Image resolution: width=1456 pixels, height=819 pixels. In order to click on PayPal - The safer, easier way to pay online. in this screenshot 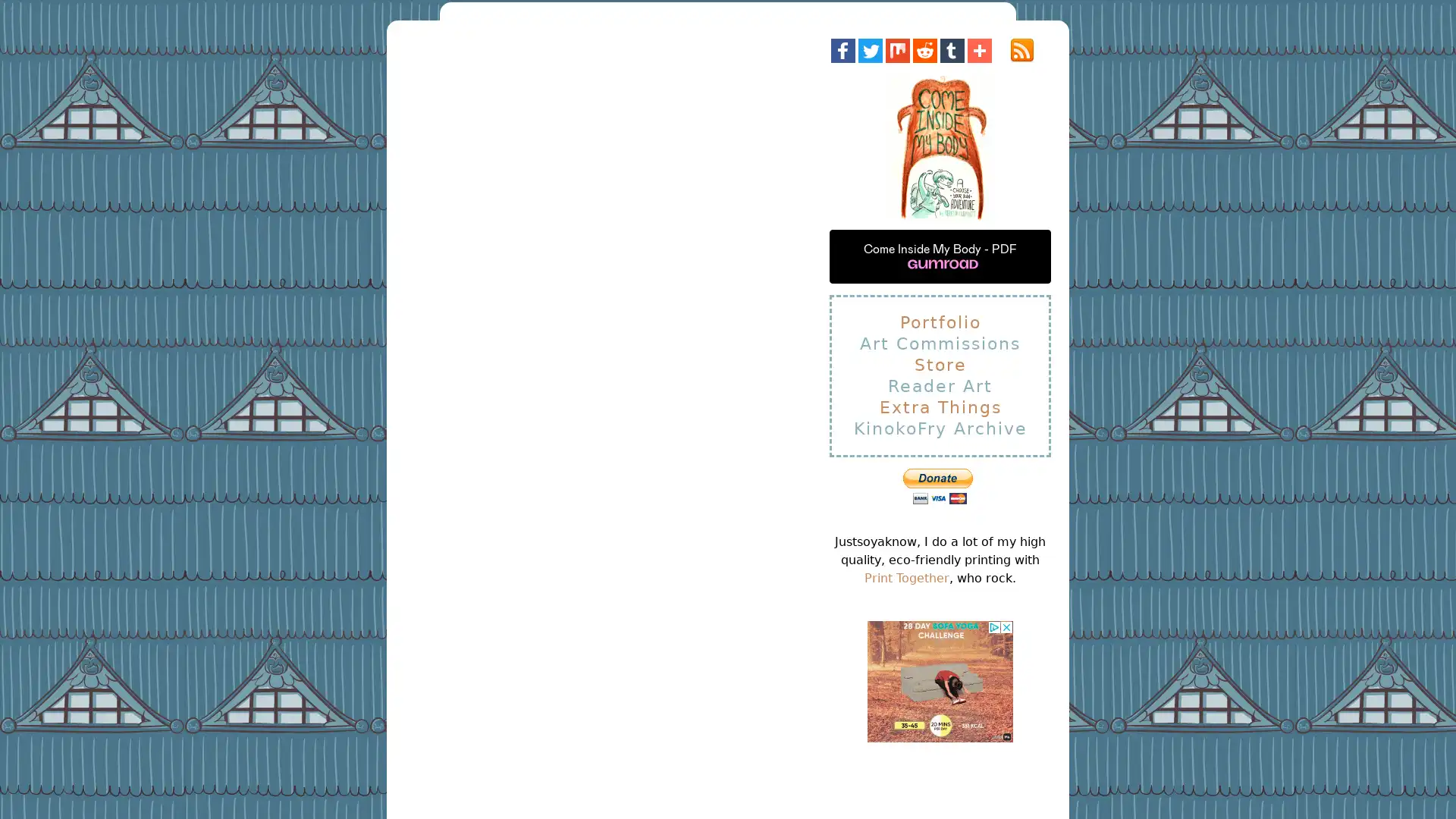, I will do `click(937, 486)`.